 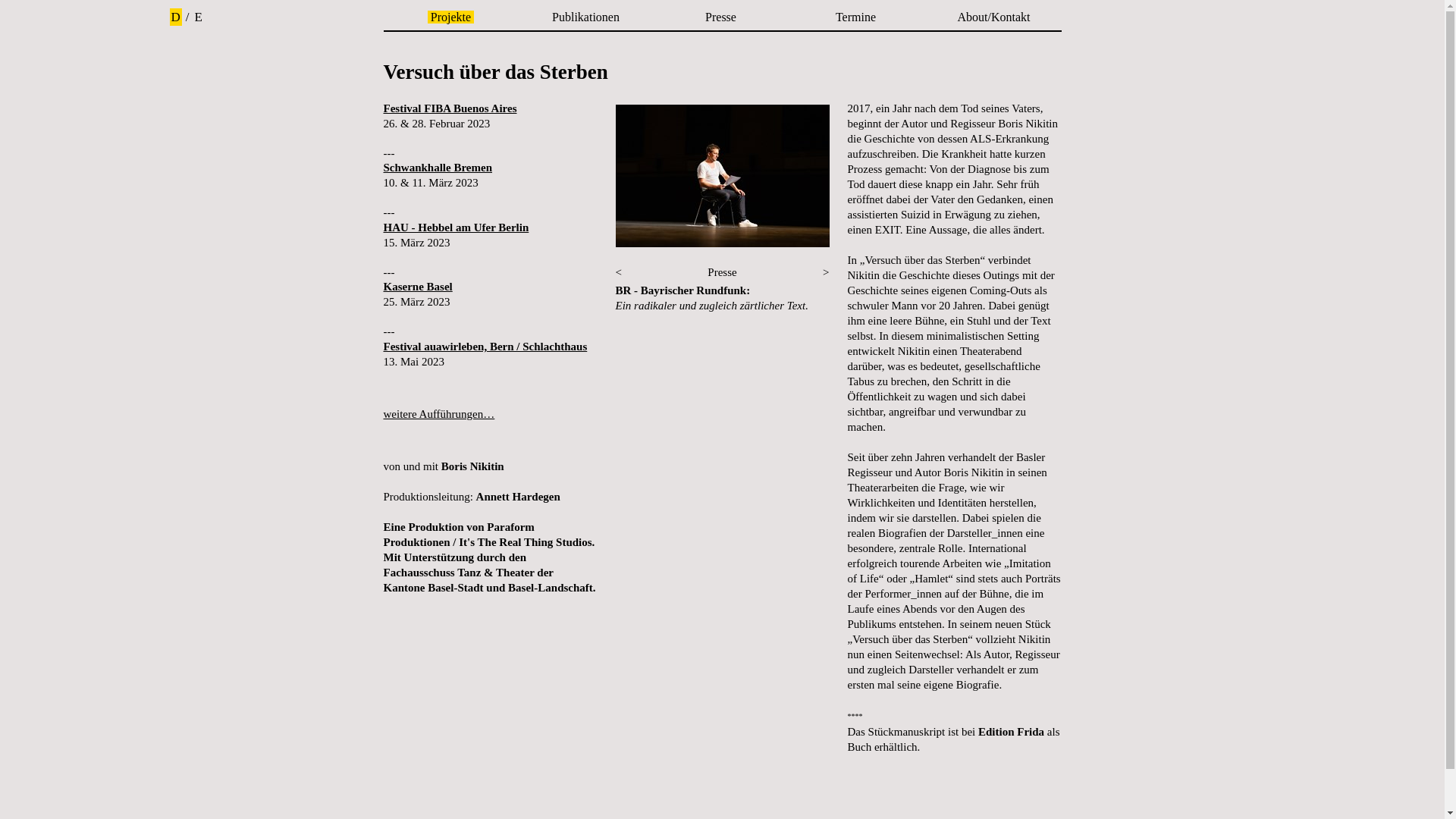 What do you see at coordinates (952, 17) in the screenshot?
I see `'About/Kontakt'` at bounding box center [952, 17].